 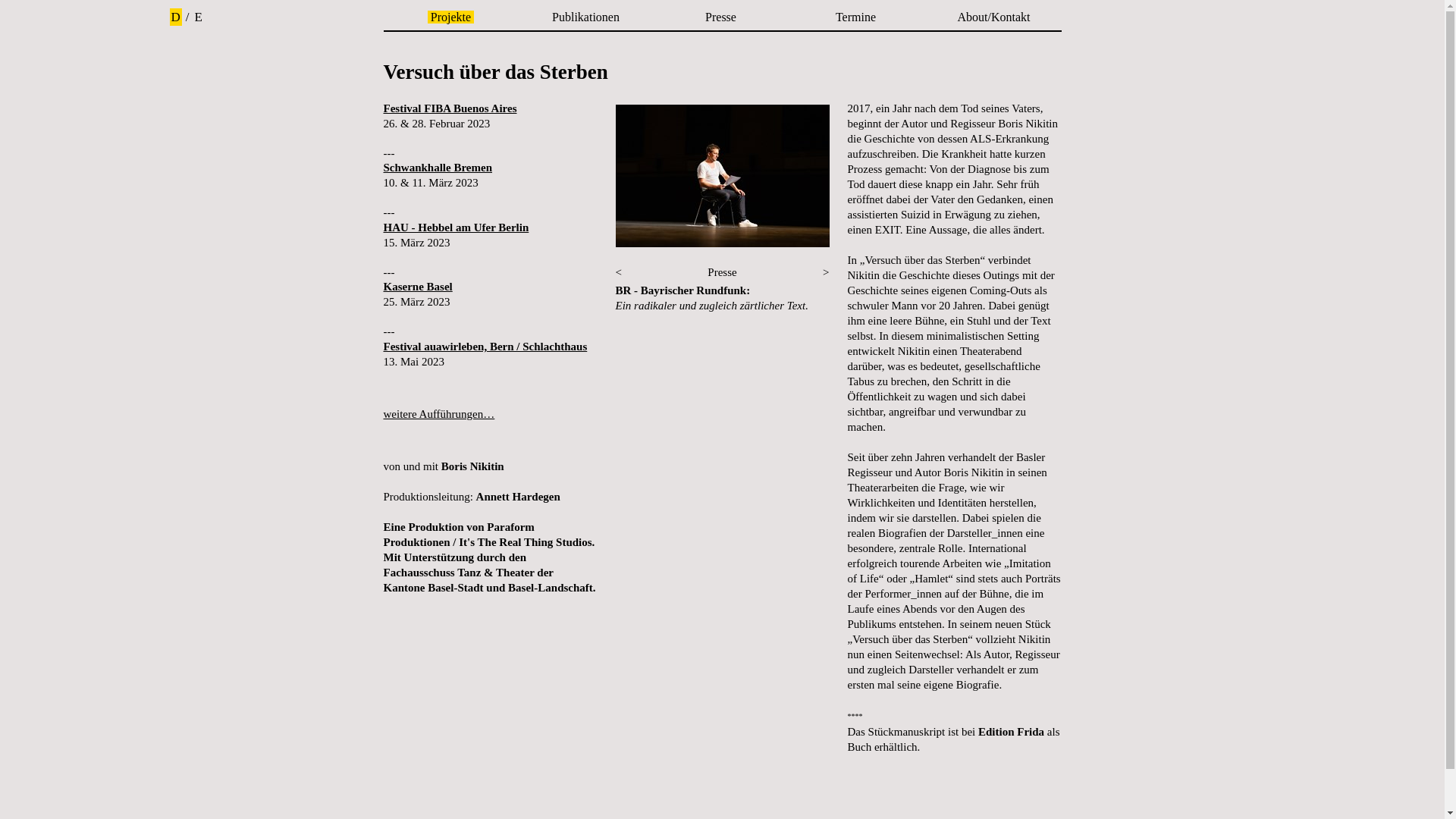 What do you see at coordinates (952, 17) in the screenshot?
I see `'About/Kontakt'` at bounding box center [952, 17].